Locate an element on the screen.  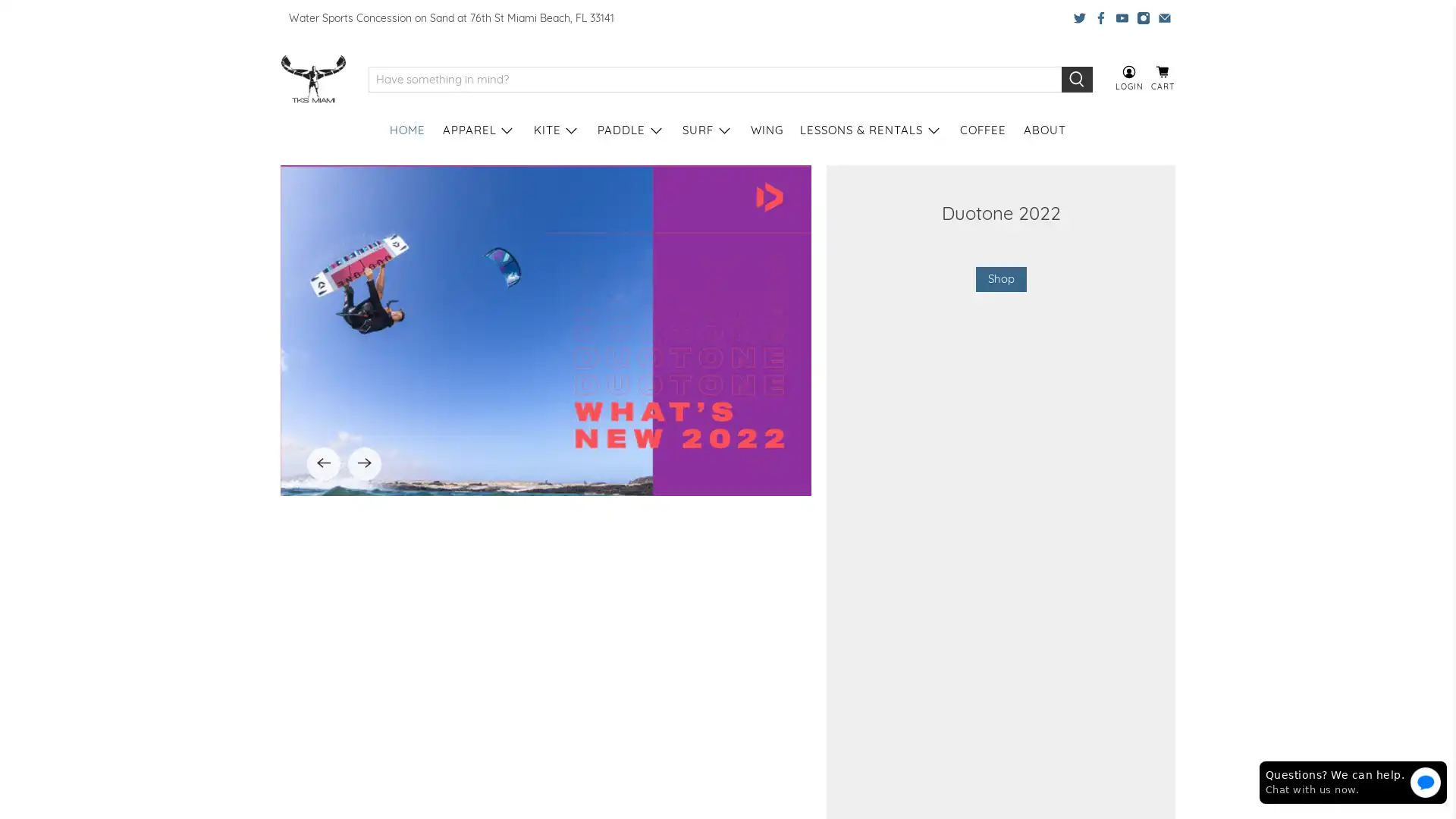
Previous is located at coordinates (323, 663).